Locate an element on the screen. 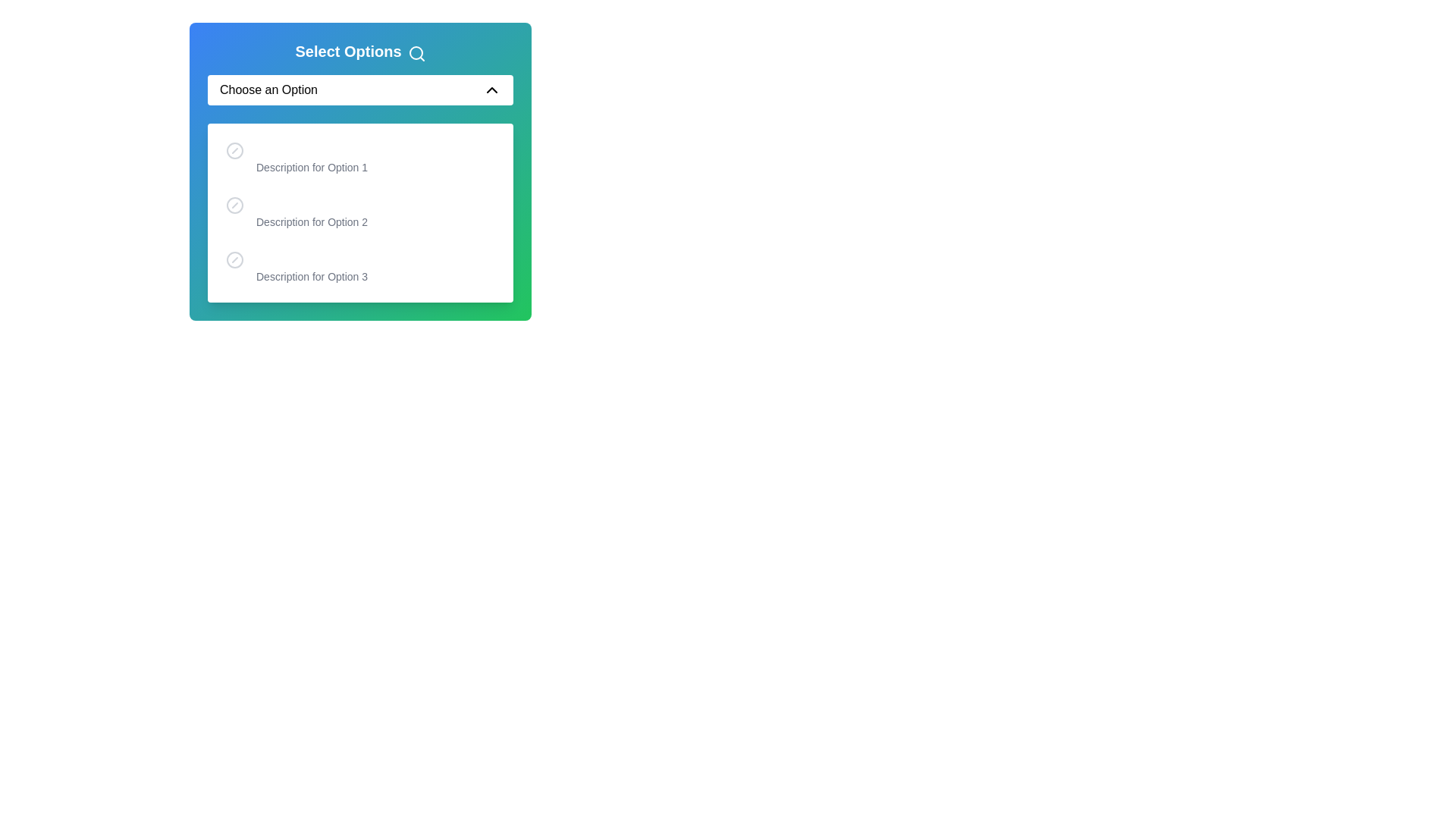  the text label that provides additional information for the selectable option titled 'Option 2', positioned in the center of the dropdown component is located at coordinates (311, 221).